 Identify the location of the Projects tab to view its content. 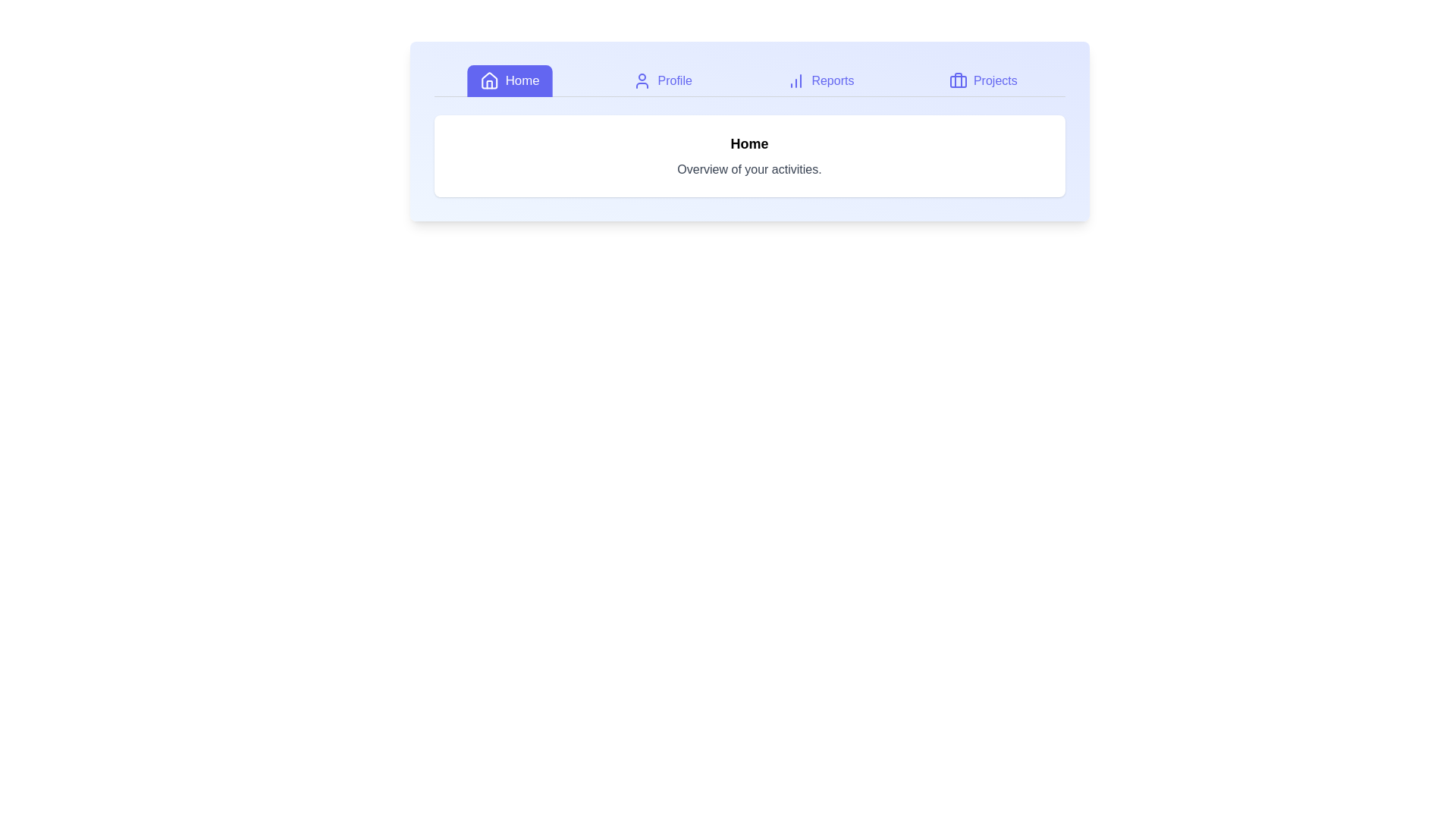
(983, 81).